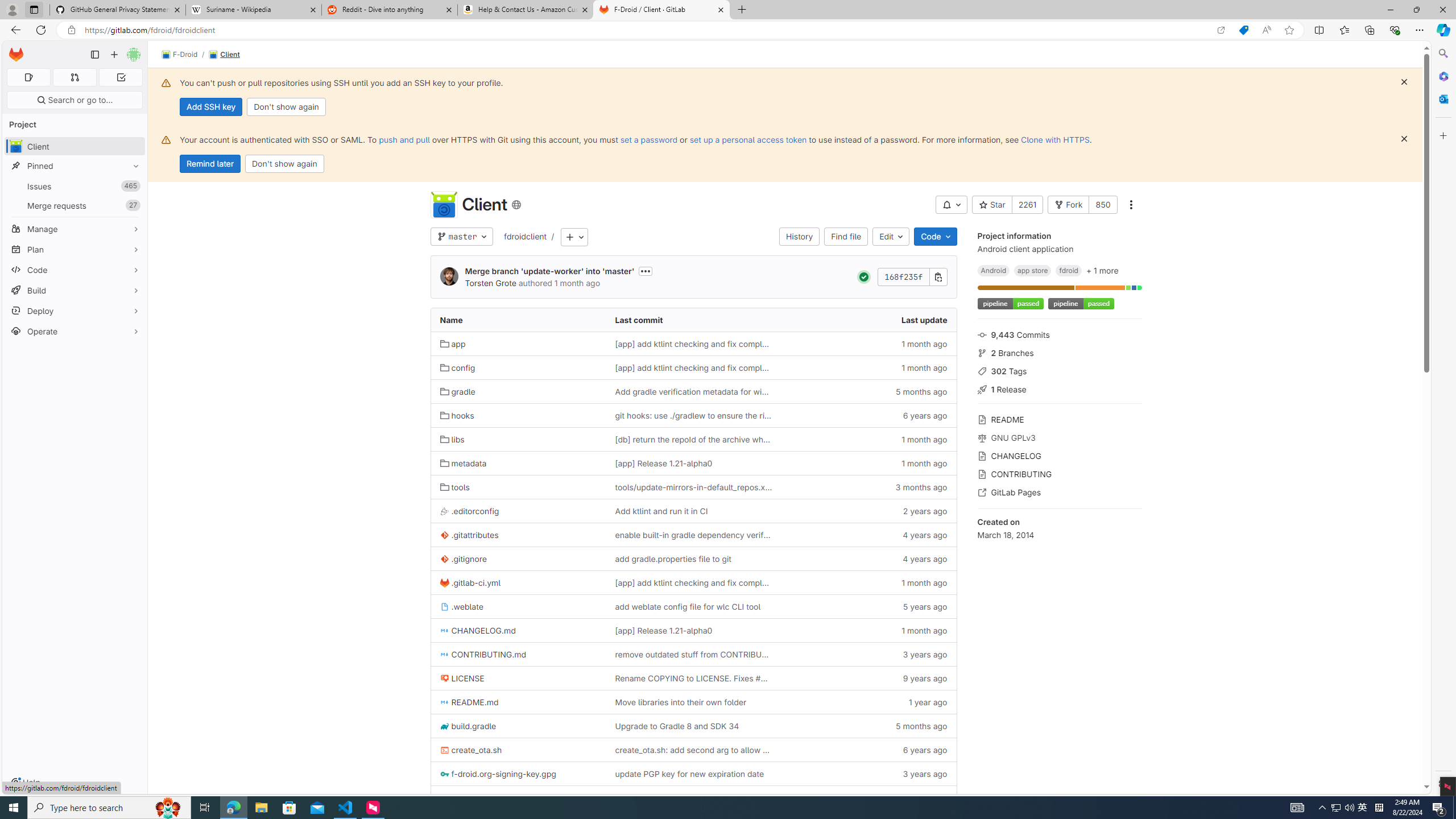  I want to click on 'add gradle.properties file to git', so click(693, 558).